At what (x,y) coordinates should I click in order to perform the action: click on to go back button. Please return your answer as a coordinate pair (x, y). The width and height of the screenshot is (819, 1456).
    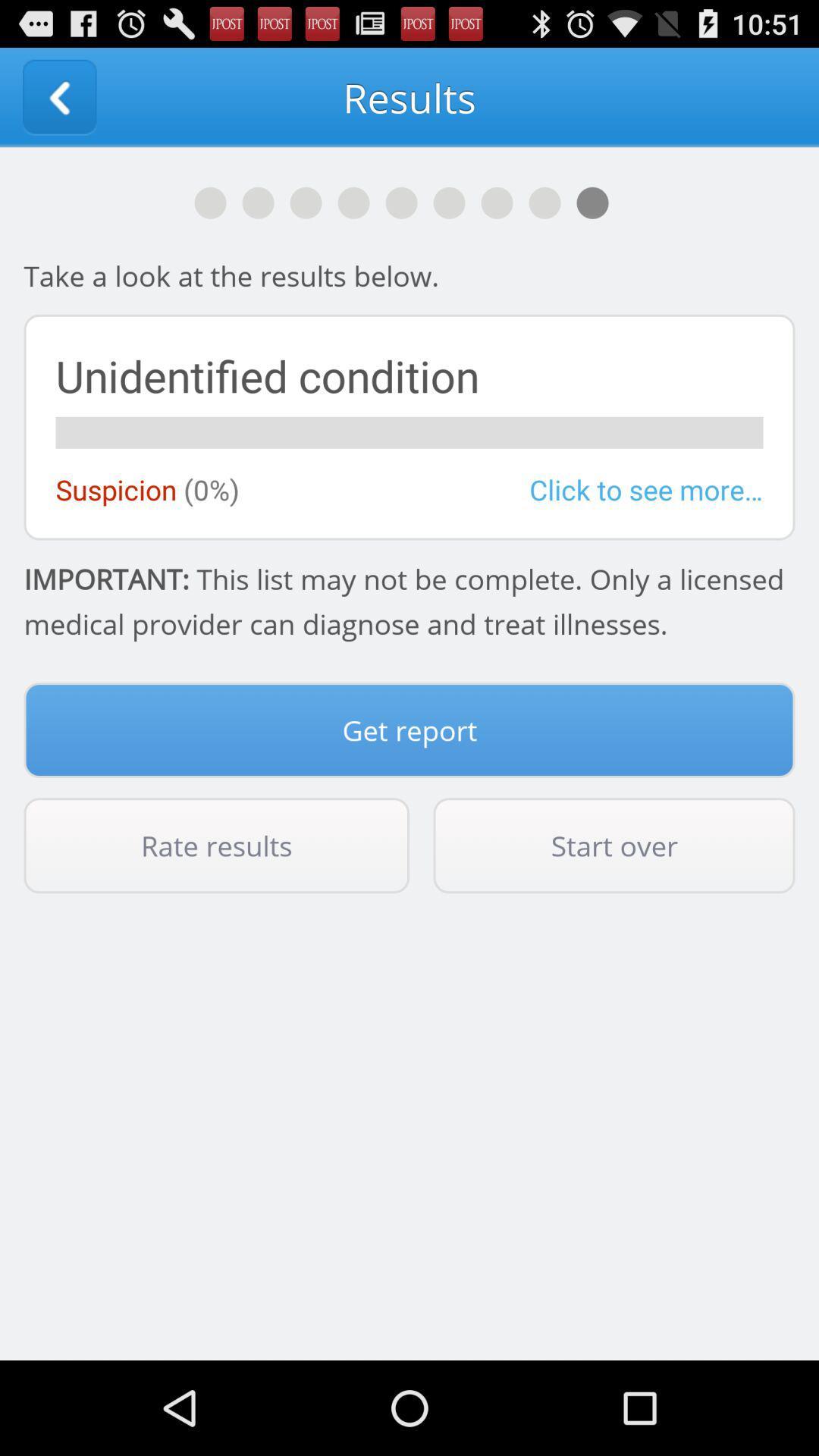
    Looking at the image, I should click on (58, 96).